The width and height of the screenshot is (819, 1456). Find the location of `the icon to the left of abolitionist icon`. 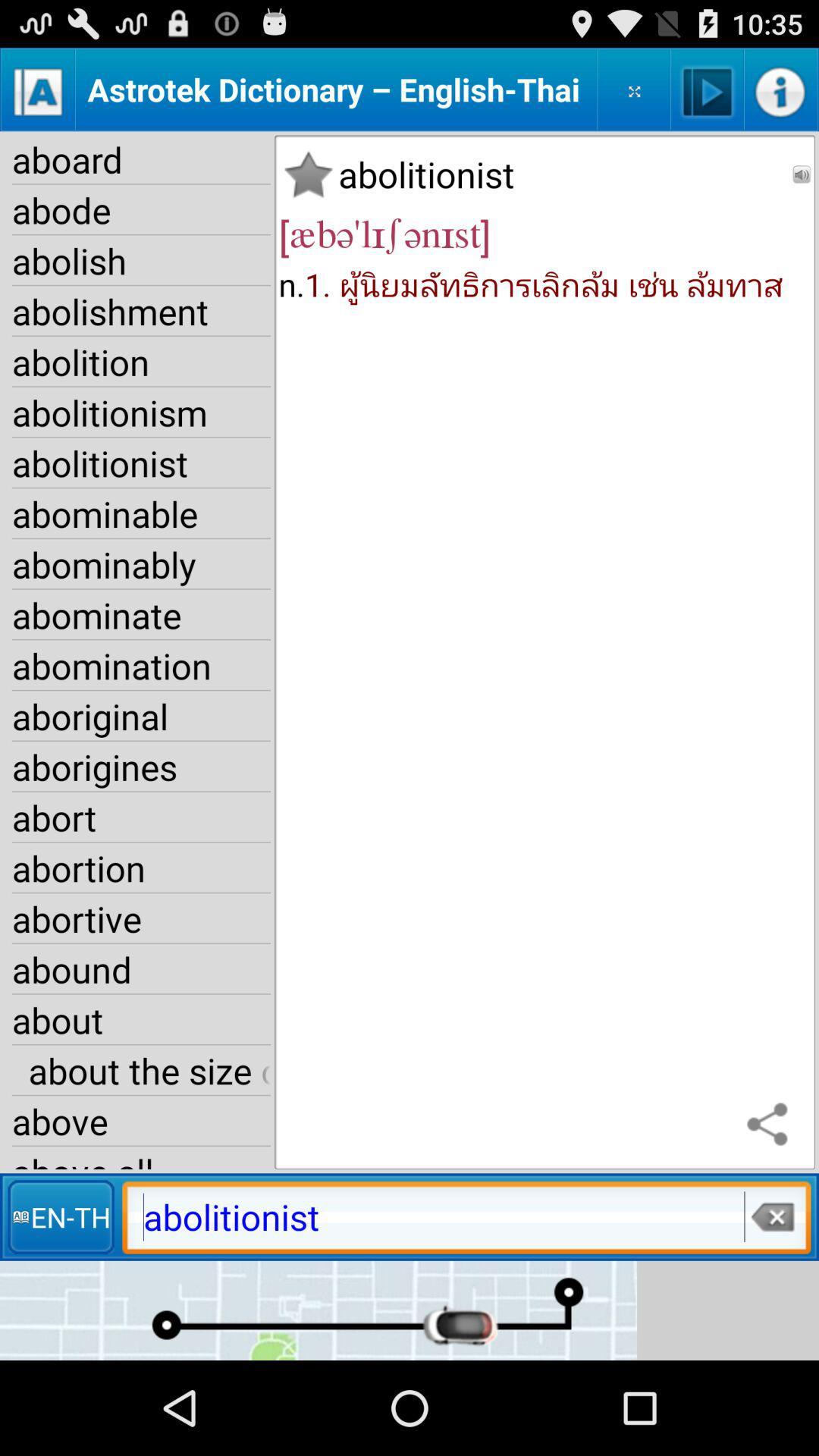

the icon to the left of abolitionist icon is located at coordinates (60, 1216).